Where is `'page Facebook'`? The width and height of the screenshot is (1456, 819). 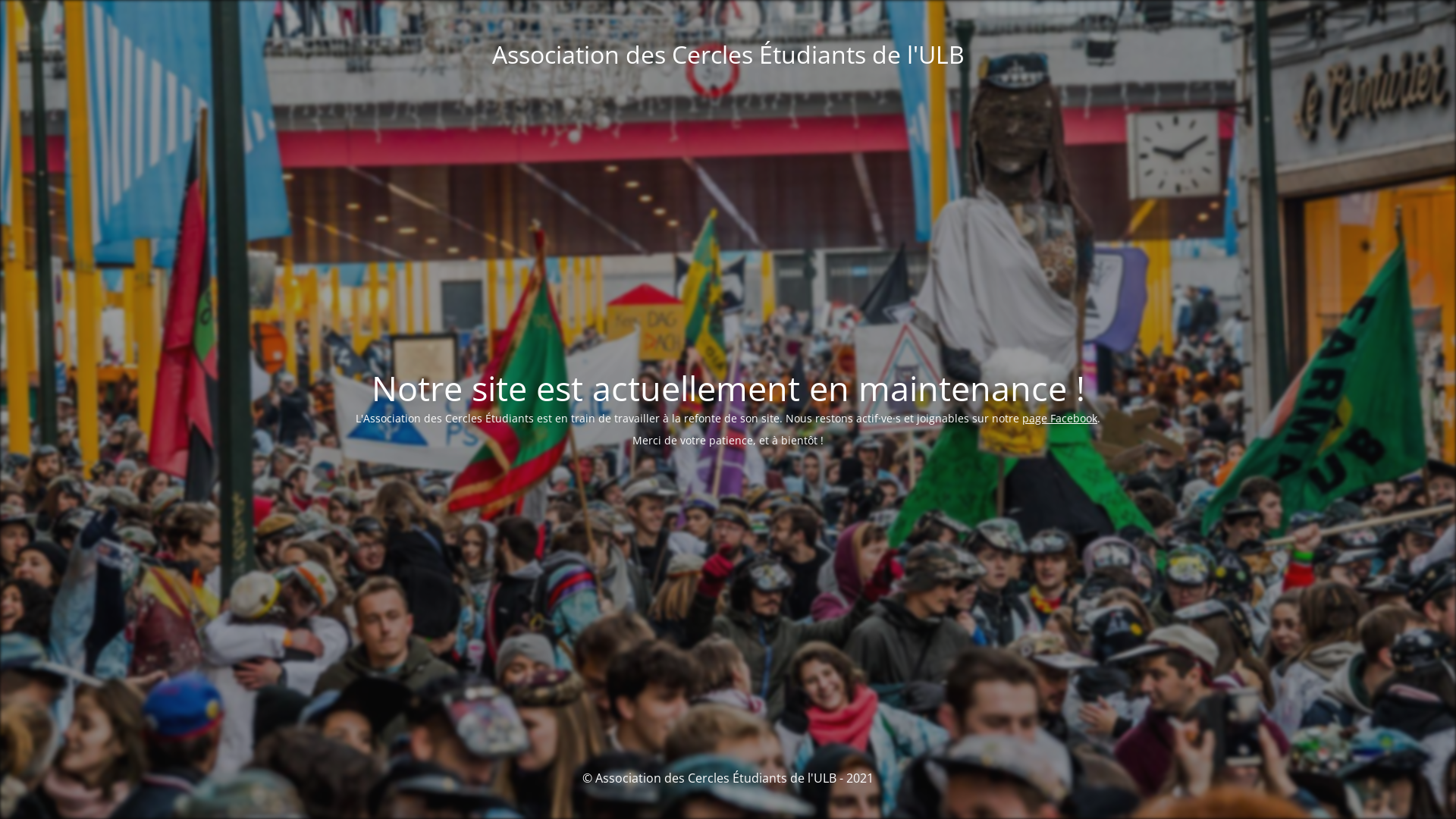 'page Facebook' is located at coordinates (1059, 418).